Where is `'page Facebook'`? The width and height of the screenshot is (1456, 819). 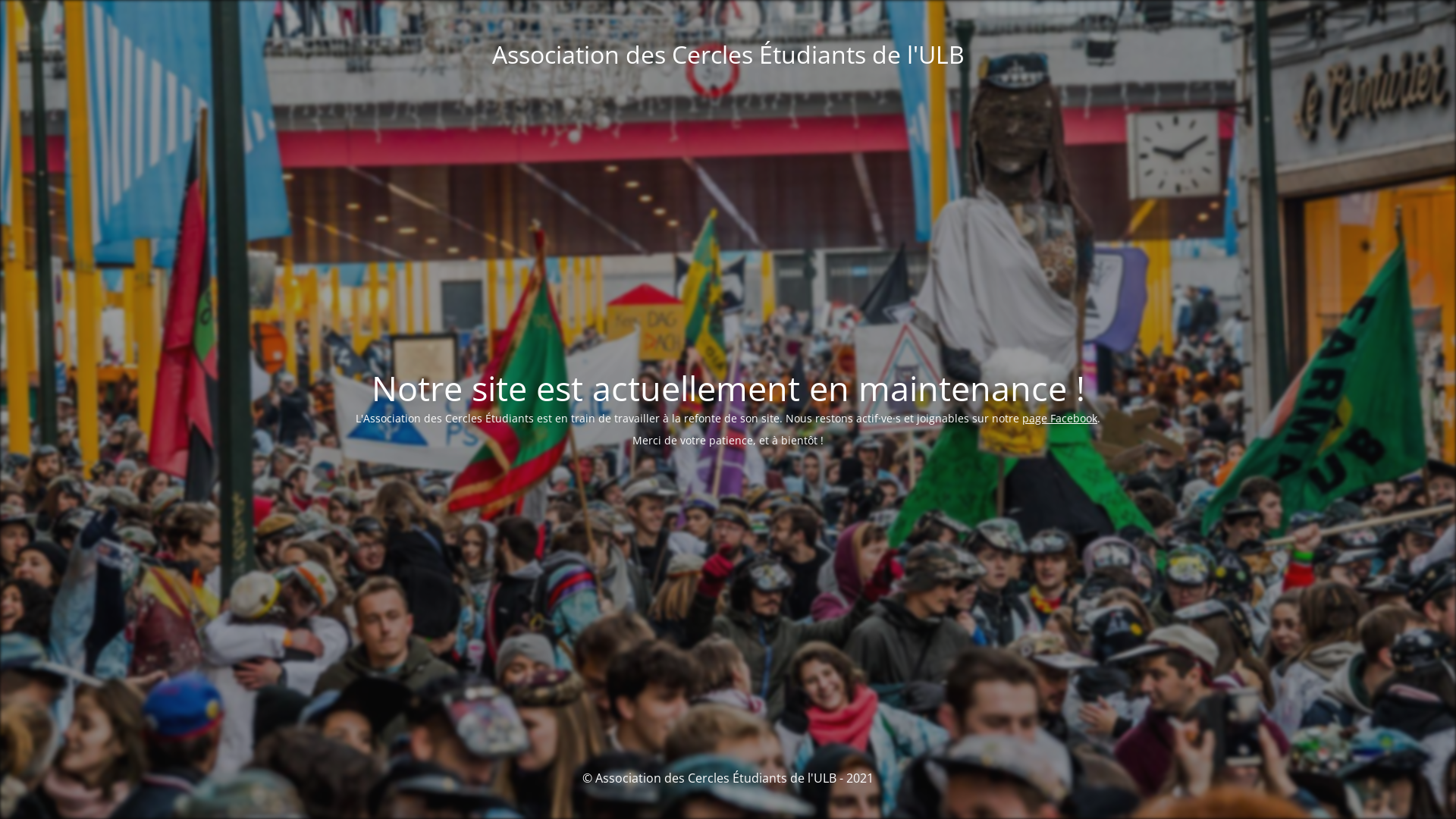 'page Facebook' is located at coordinates (1059, 418).